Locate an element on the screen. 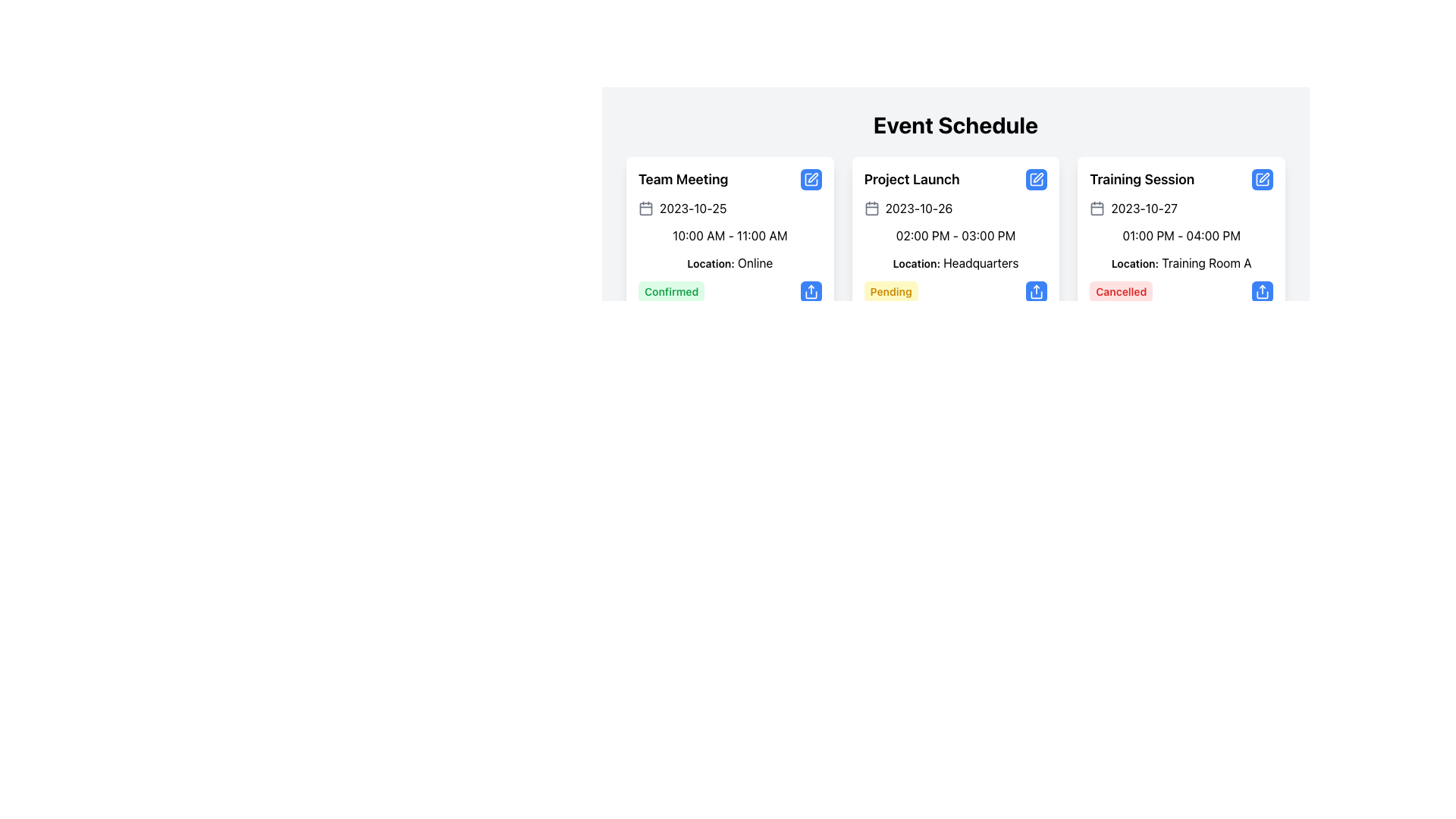  the Text Label indicating 'Training Room A' located in the 'Training Session' card within the 'Event Schedule' section is located at coordinates (1134, 262).